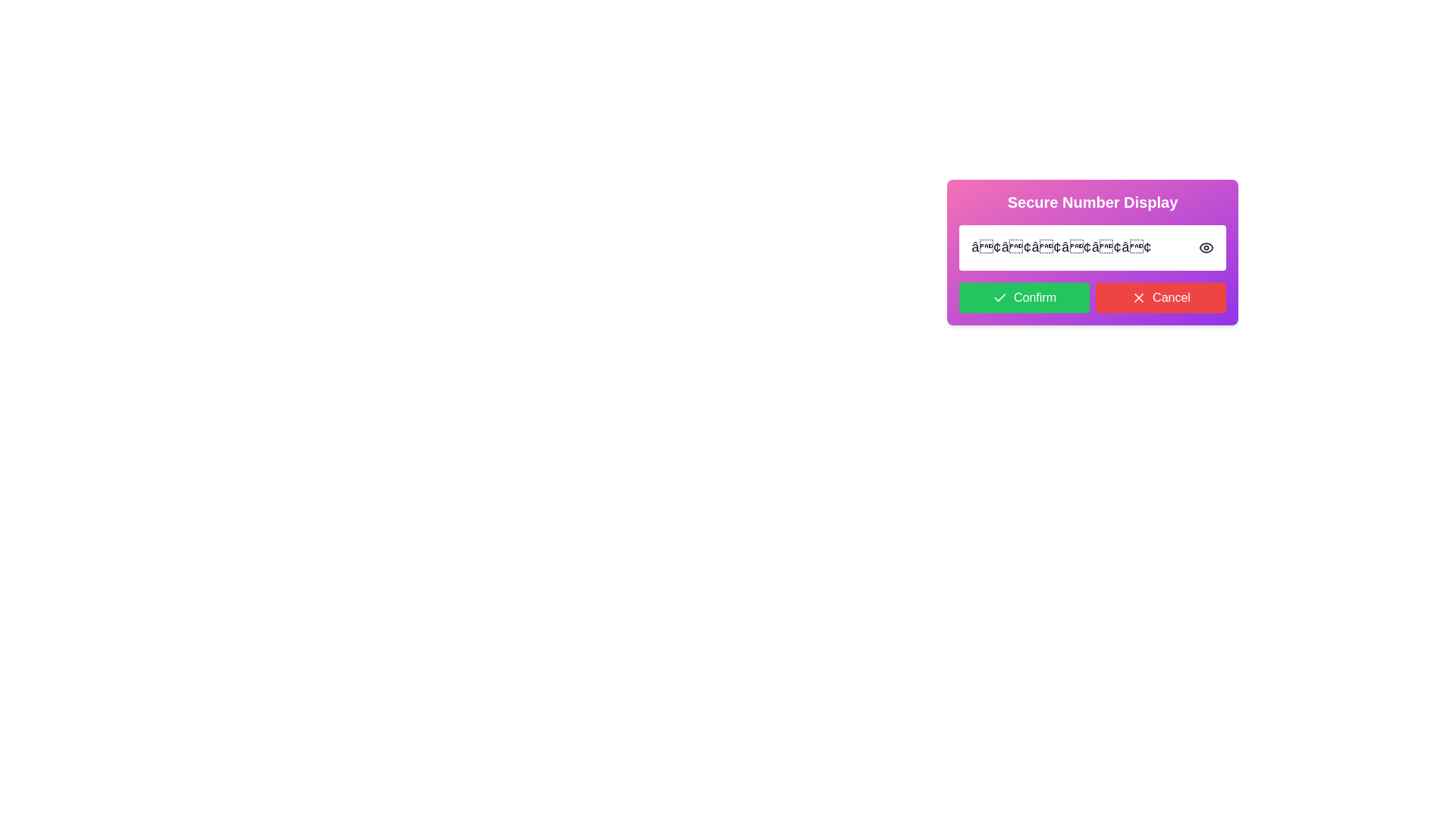 The image size is (1456, 819). I want to click on the 'X' icon within the 'Cancel' button located at the bottom of the card-like modal interface, so click(1139, 298).